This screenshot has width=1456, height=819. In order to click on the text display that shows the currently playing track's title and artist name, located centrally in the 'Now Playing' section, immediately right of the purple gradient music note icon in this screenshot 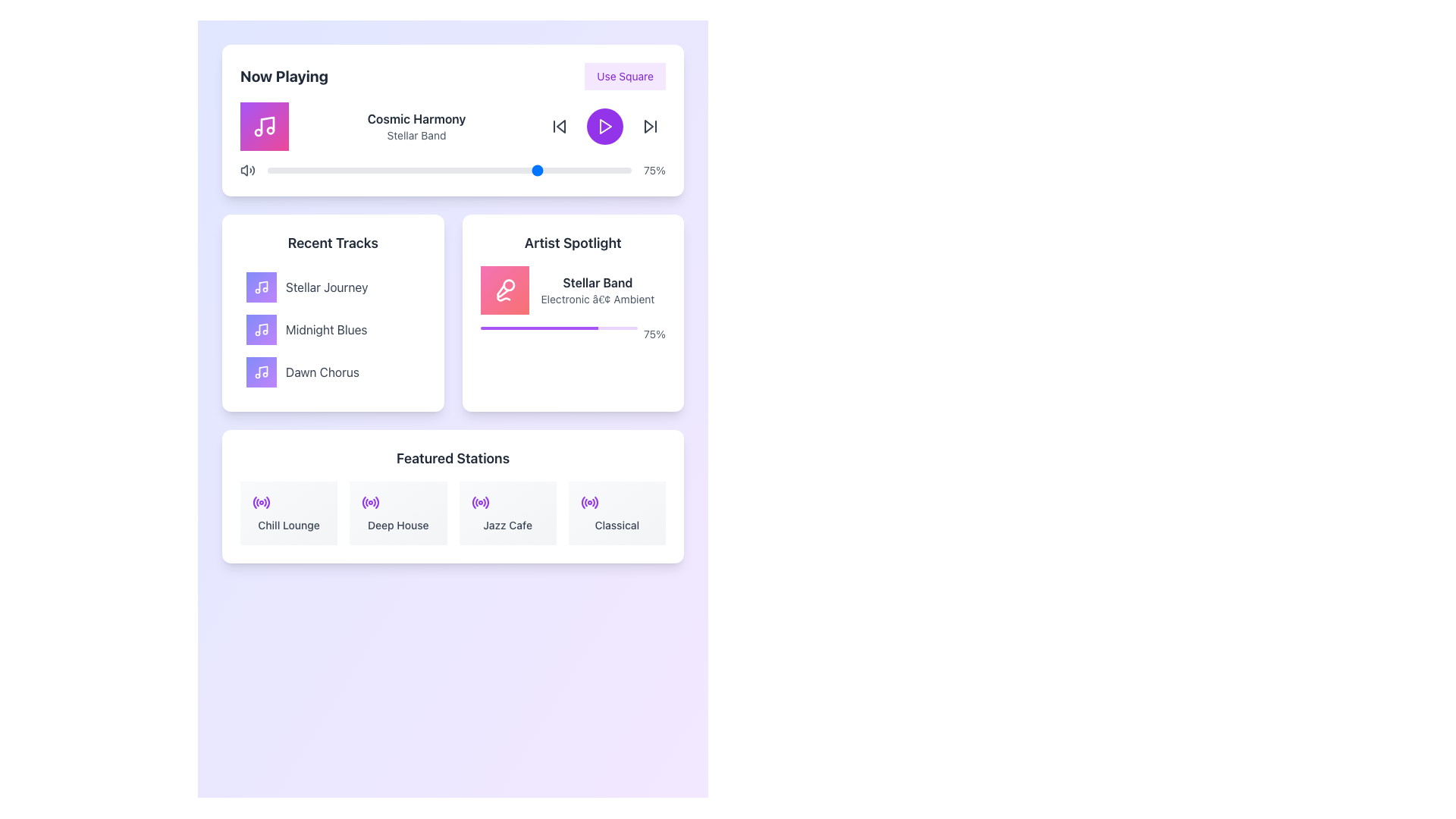, I will do `click(416, 125)`.